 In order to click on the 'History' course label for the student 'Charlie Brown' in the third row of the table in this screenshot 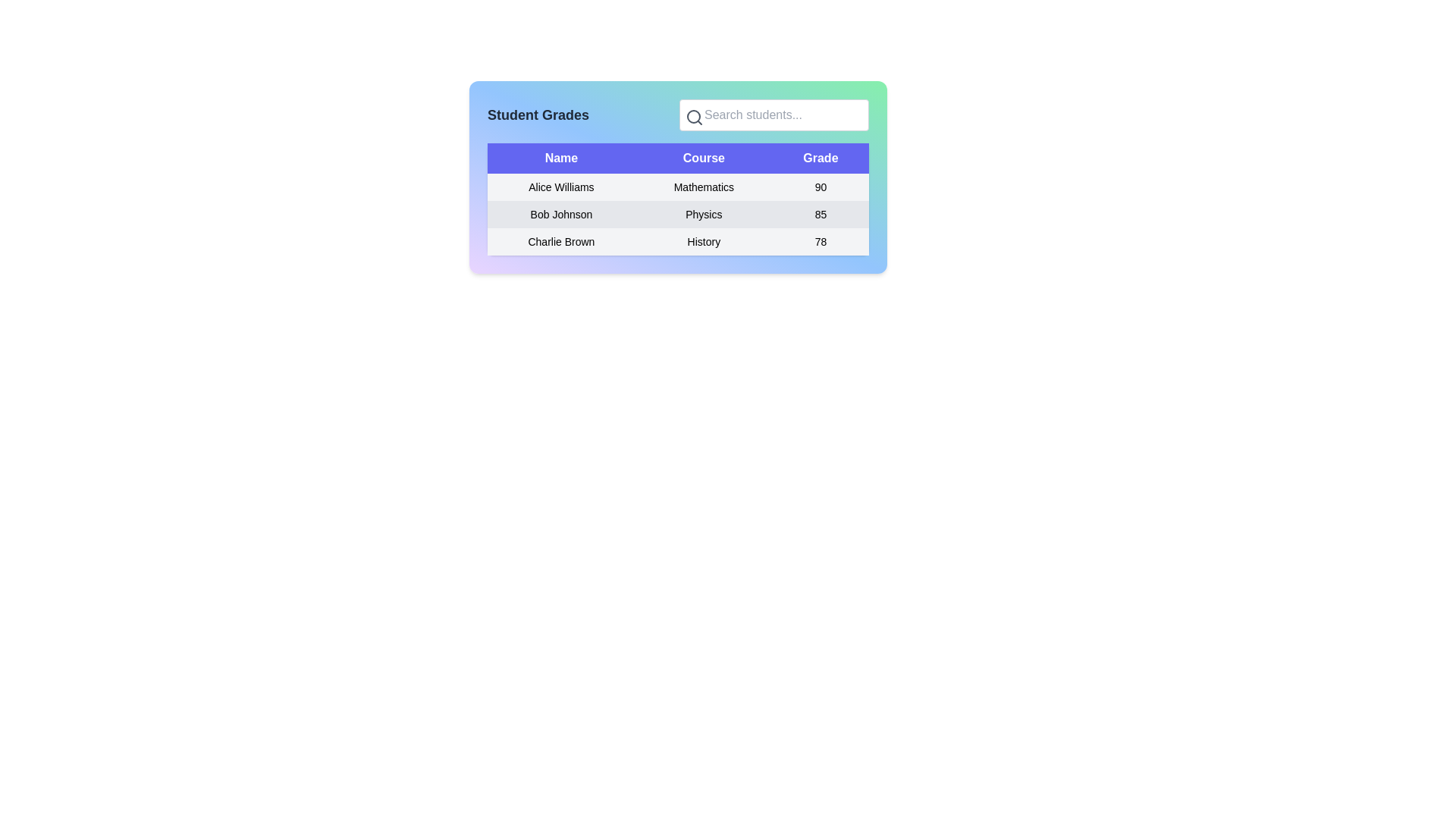, I will do `click(703, 241)`.